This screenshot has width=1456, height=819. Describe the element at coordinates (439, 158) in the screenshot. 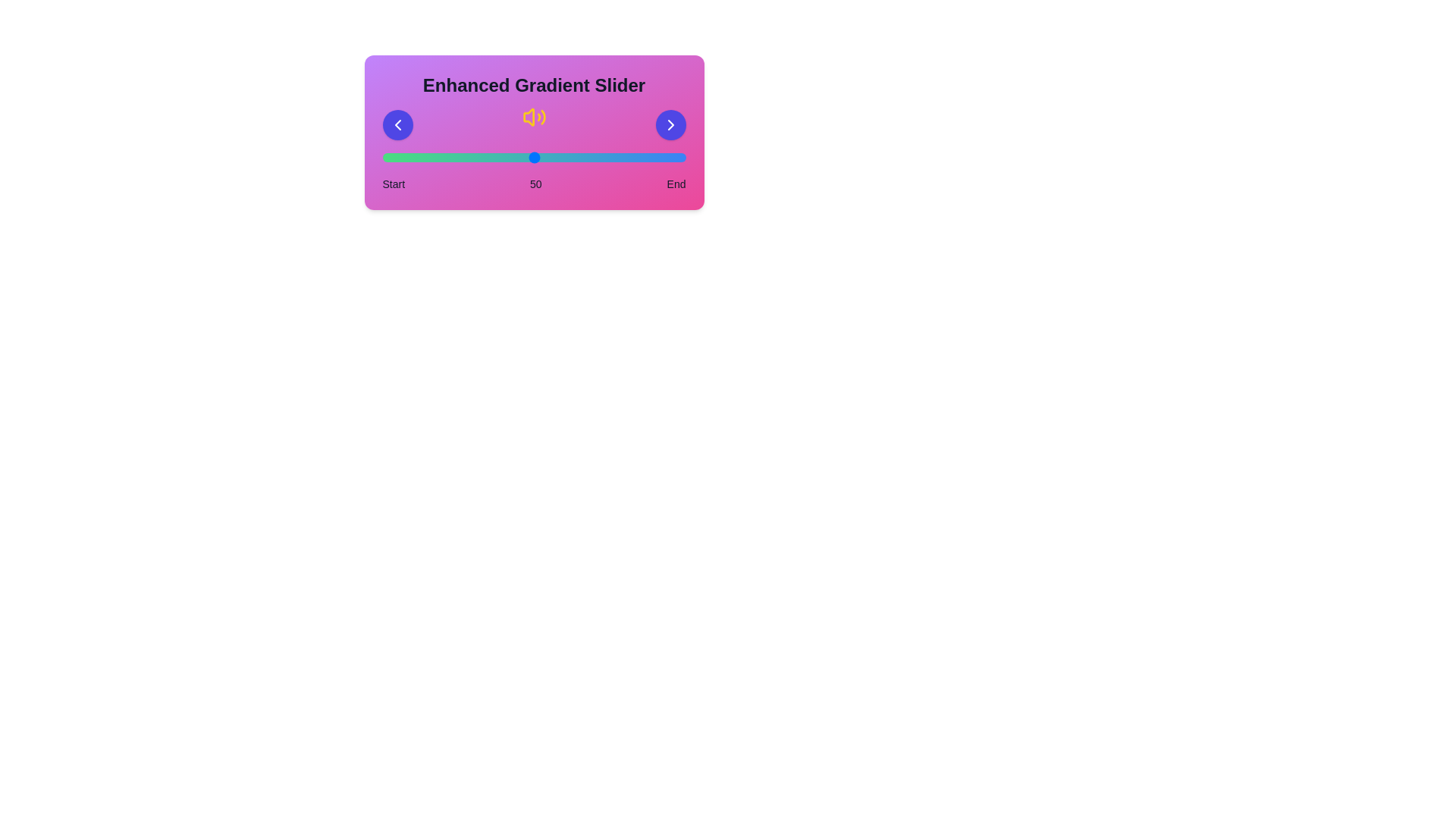

I see `the slider to the value 19` at that location.